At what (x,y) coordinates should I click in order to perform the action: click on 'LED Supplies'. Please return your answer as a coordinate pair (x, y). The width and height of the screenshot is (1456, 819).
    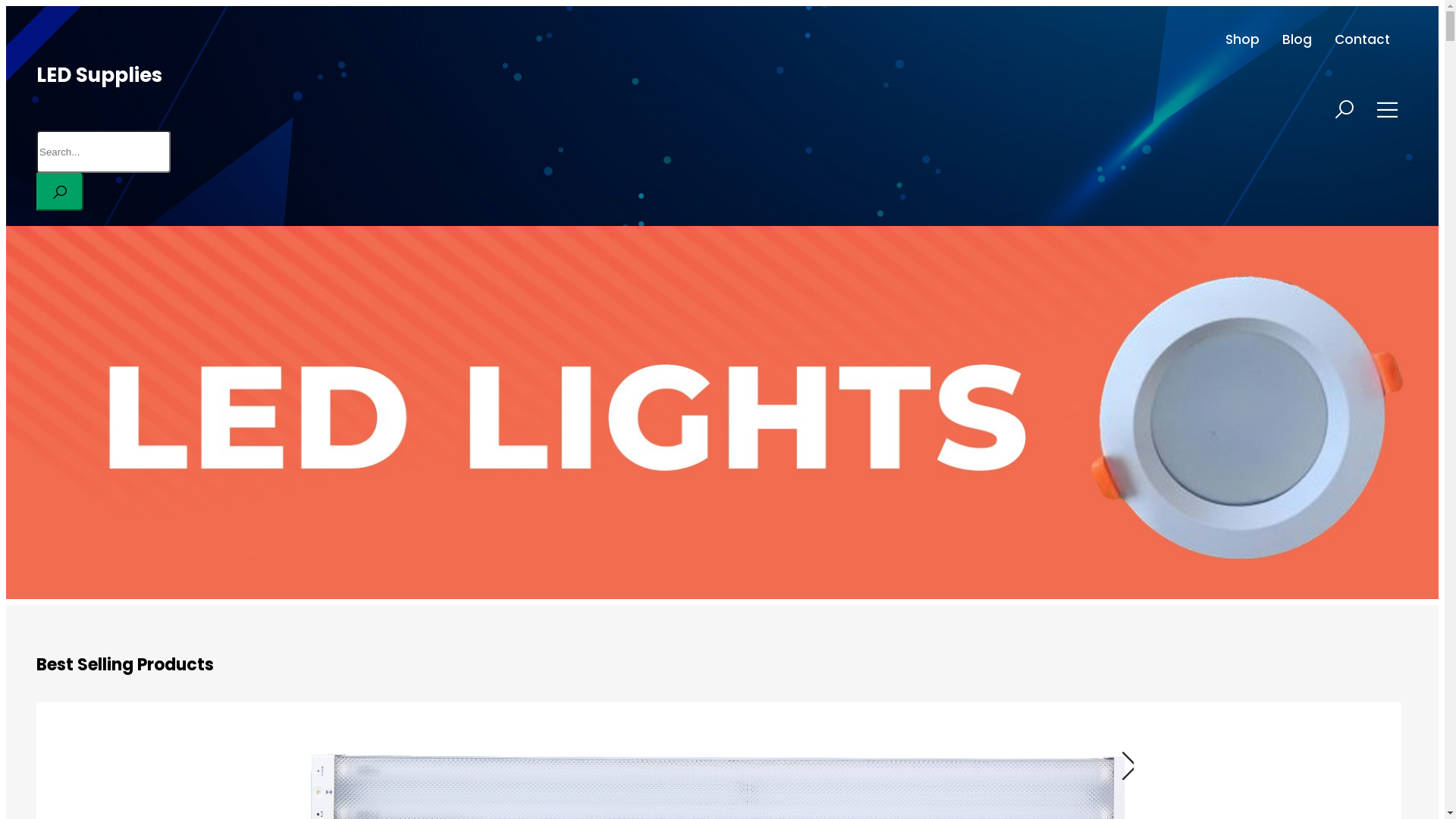
    Looking at the image, I should click on (98, 75).